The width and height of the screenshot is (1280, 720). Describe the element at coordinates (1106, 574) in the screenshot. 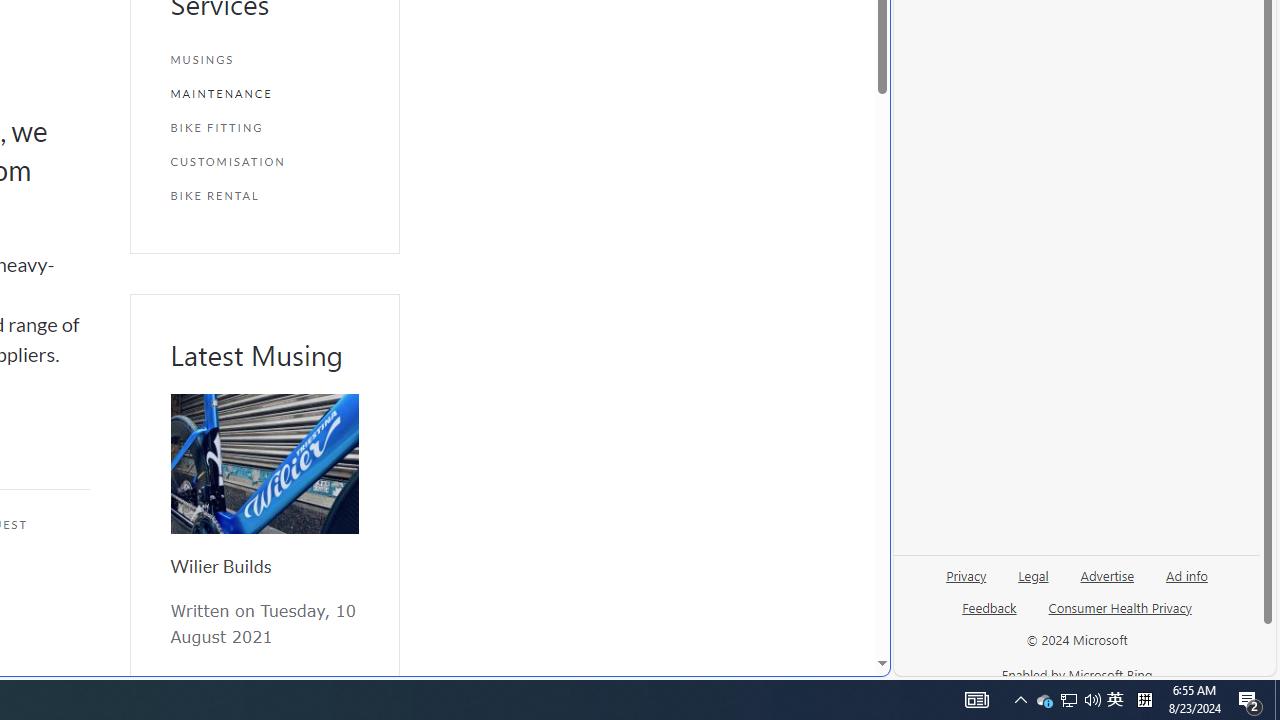

I see `'Advertise'` at that location.